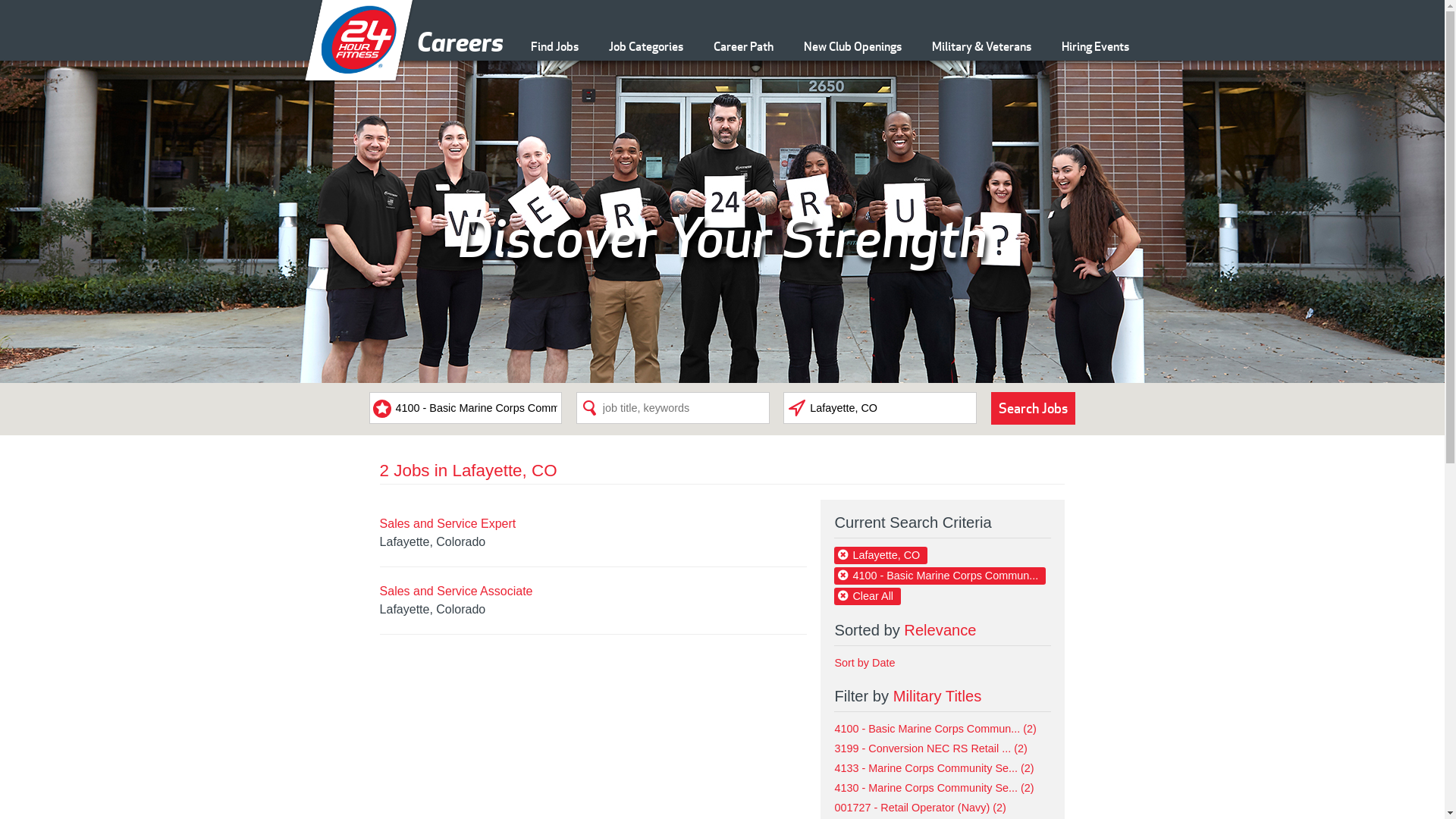  What do you see at coordinates (554, 42) in the screenshot?
I see `'Find Jobs'` at bounding box center [554, 42].